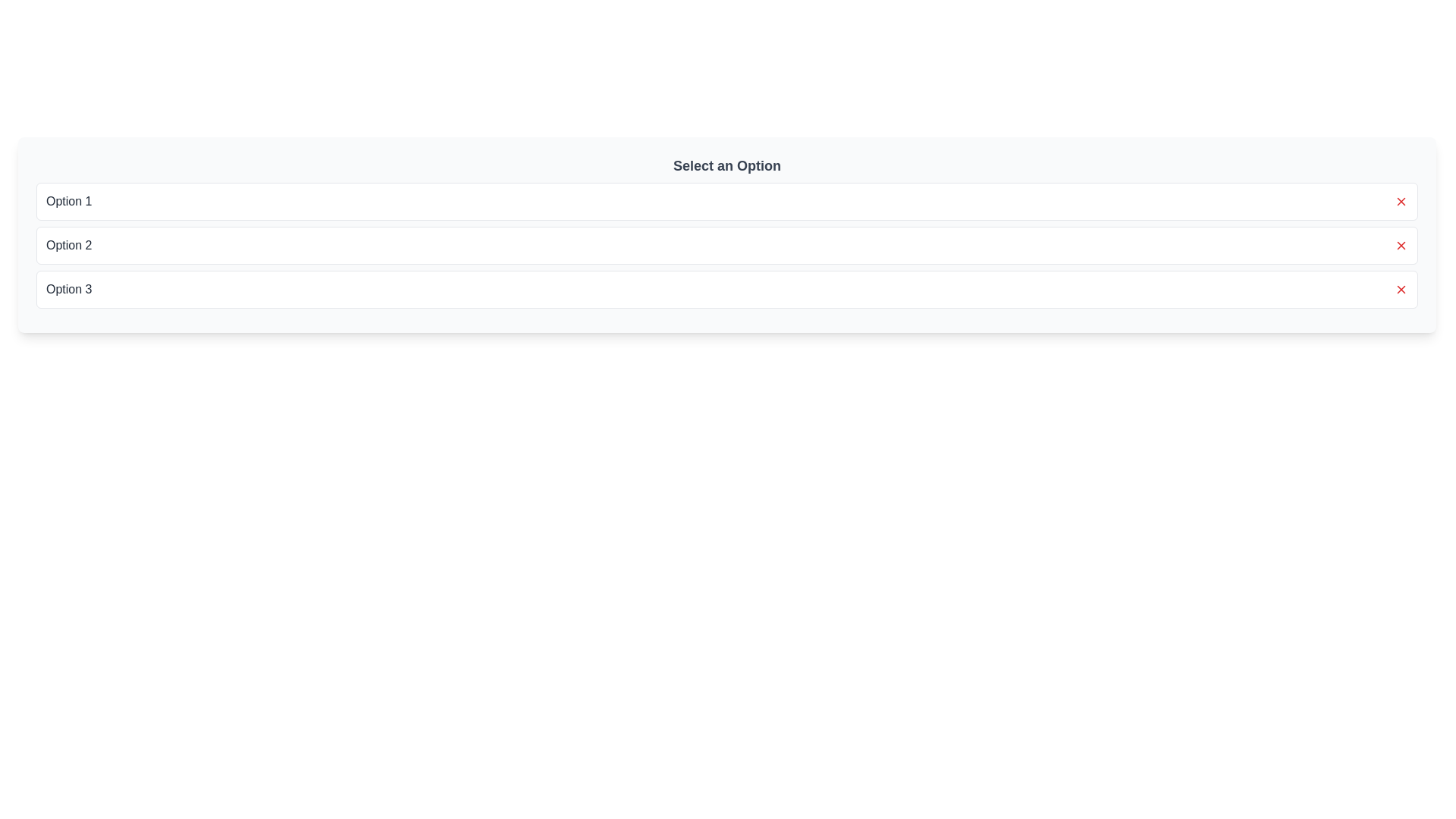  Describe the element at coordinates (1401, 245) in the screenshot. I see `the deletion Icon Button located at the far-right side of the 'Option 2' row` at that location.